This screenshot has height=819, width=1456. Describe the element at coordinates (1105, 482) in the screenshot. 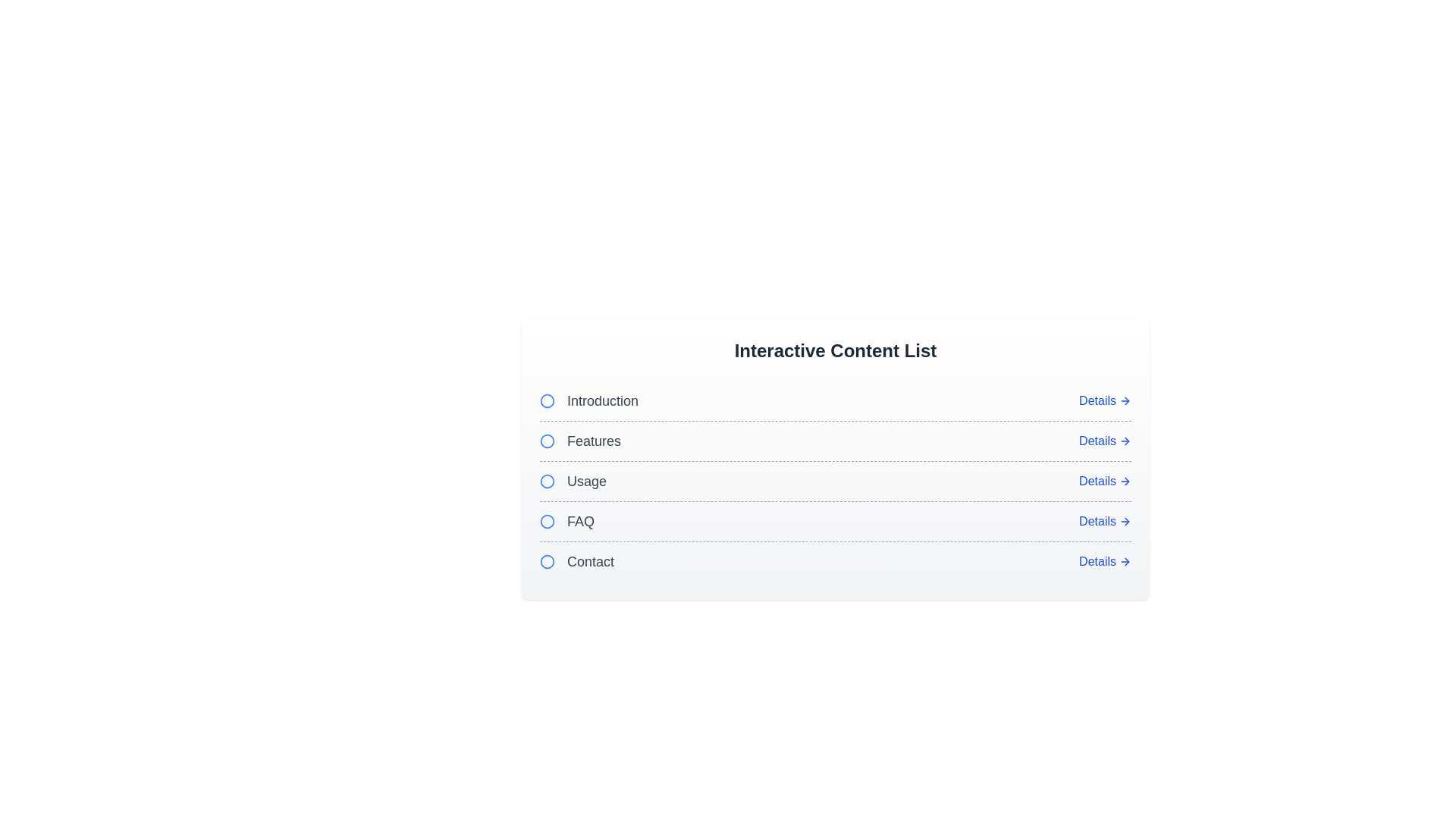

I see `the hyperlink with icon located in the 'Usage' row, which is the fourth 'Details' element from the top` at that location.